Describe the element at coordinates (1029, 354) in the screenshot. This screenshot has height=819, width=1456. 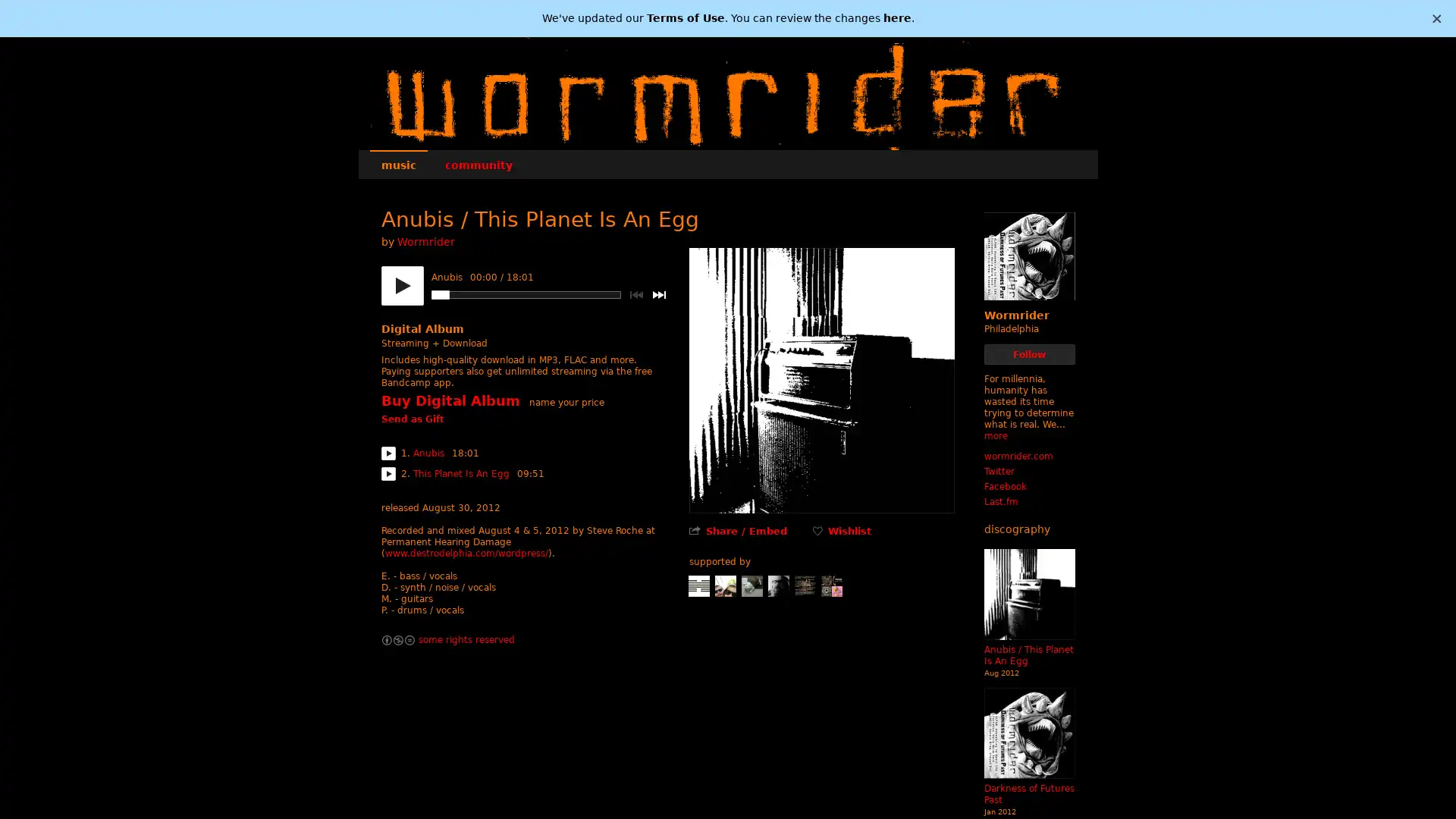
I see `Follow` at that location.